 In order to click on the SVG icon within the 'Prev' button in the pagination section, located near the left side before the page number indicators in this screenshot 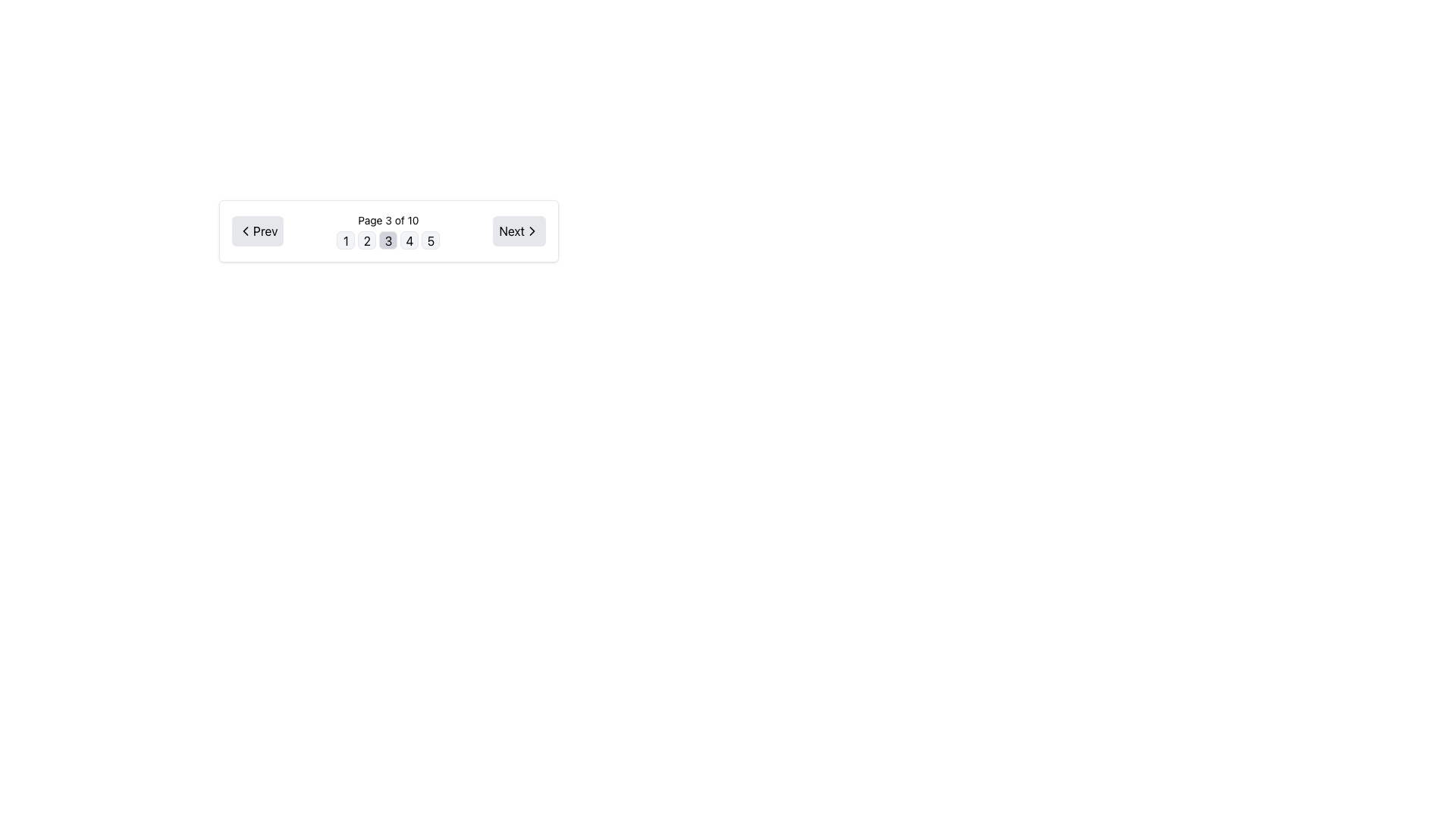, I will do `click(246, 231)`.